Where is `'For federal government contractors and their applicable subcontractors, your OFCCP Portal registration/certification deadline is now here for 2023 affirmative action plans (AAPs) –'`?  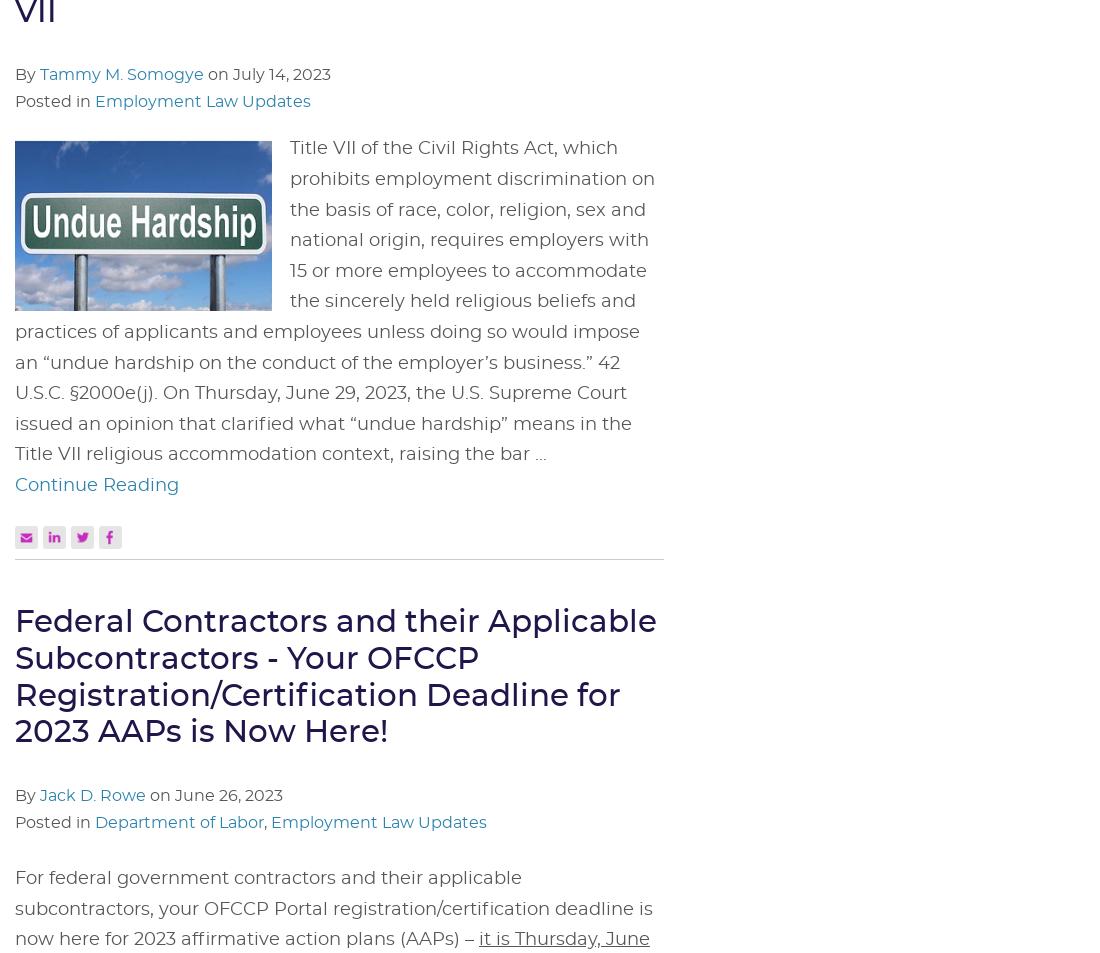
'For federal government contractors and their applicable subcontractors, your OFCCP Portal registration/certification deadline is now here for 2023 affirmative action plans (AAPs) –' is located at coordinates (332, 908).